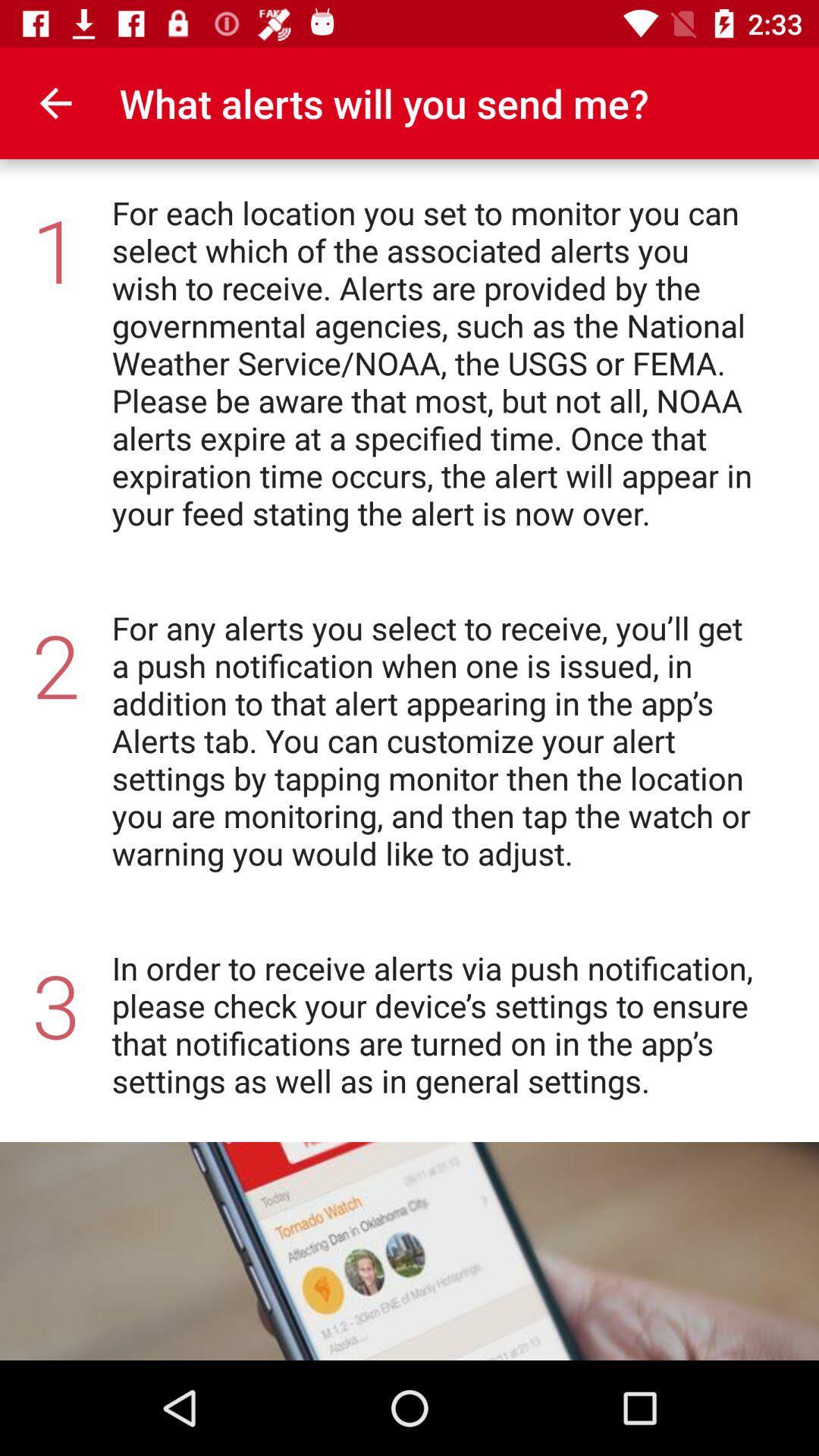  What do you see at coordinates (55, 102) in the screenshot?
I see `icon next to the what alerts will icon` at bounding box center [55, 102].